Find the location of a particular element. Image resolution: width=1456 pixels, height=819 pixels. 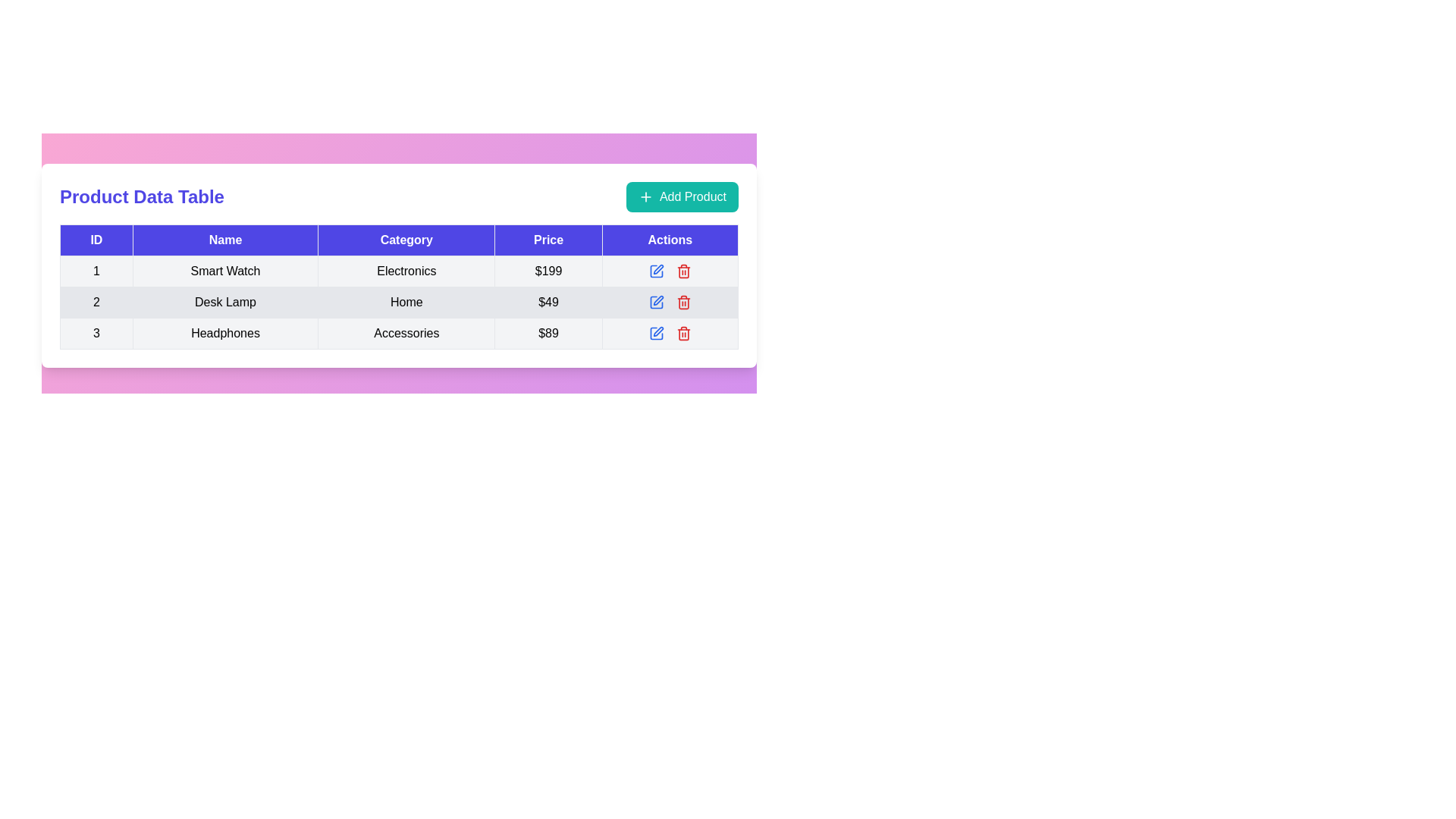

the header label containing the text 'Price' which is styled with a blue background and white font, positioned as the fourth element in a horizontal header row is located at coordinates (548, 239).